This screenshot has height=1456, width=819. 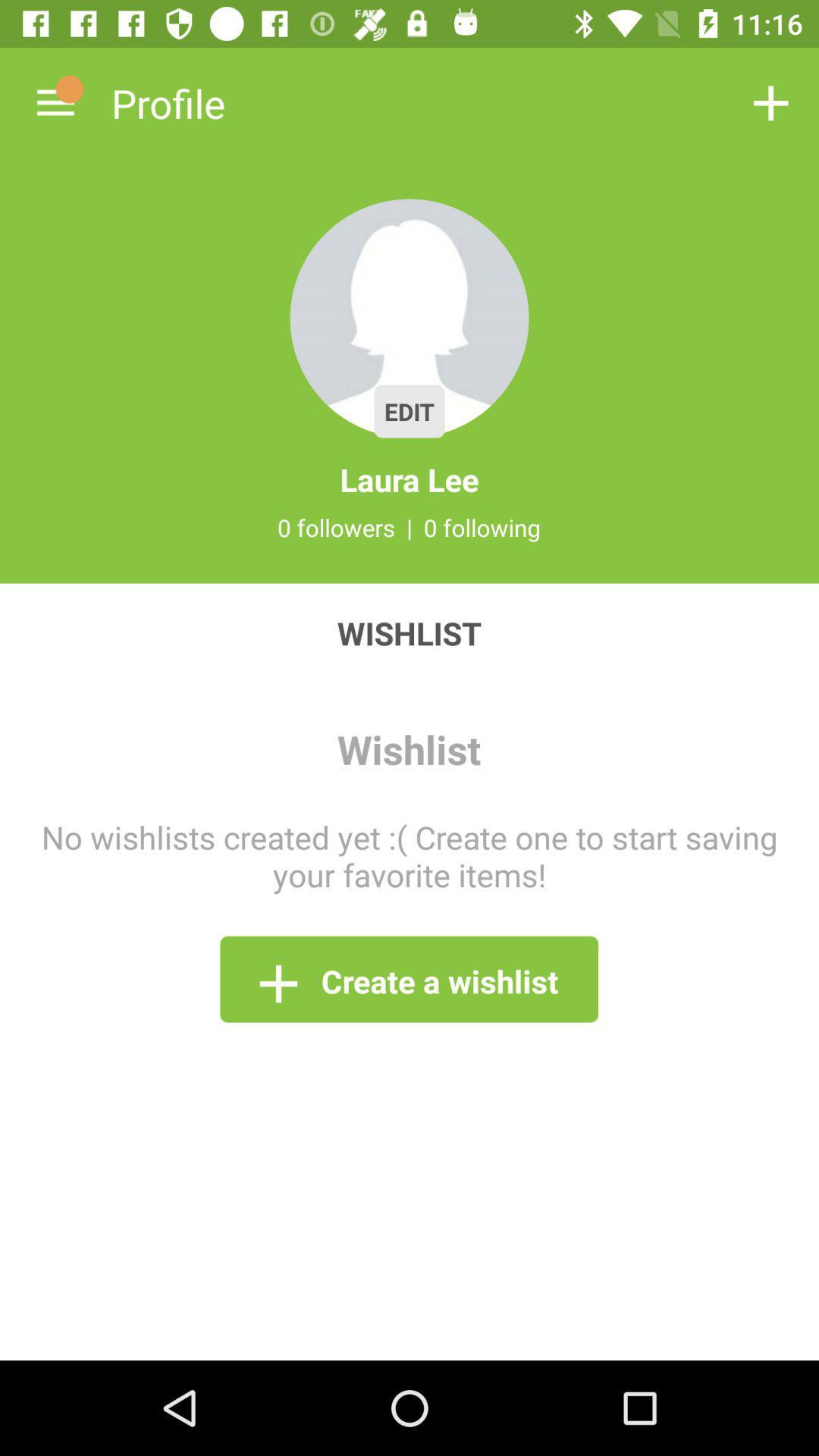 What do you see at coordinates (335, 527) in the screenshot?
I see `the item next to the   |   icon` at bounding box center [335, 527].